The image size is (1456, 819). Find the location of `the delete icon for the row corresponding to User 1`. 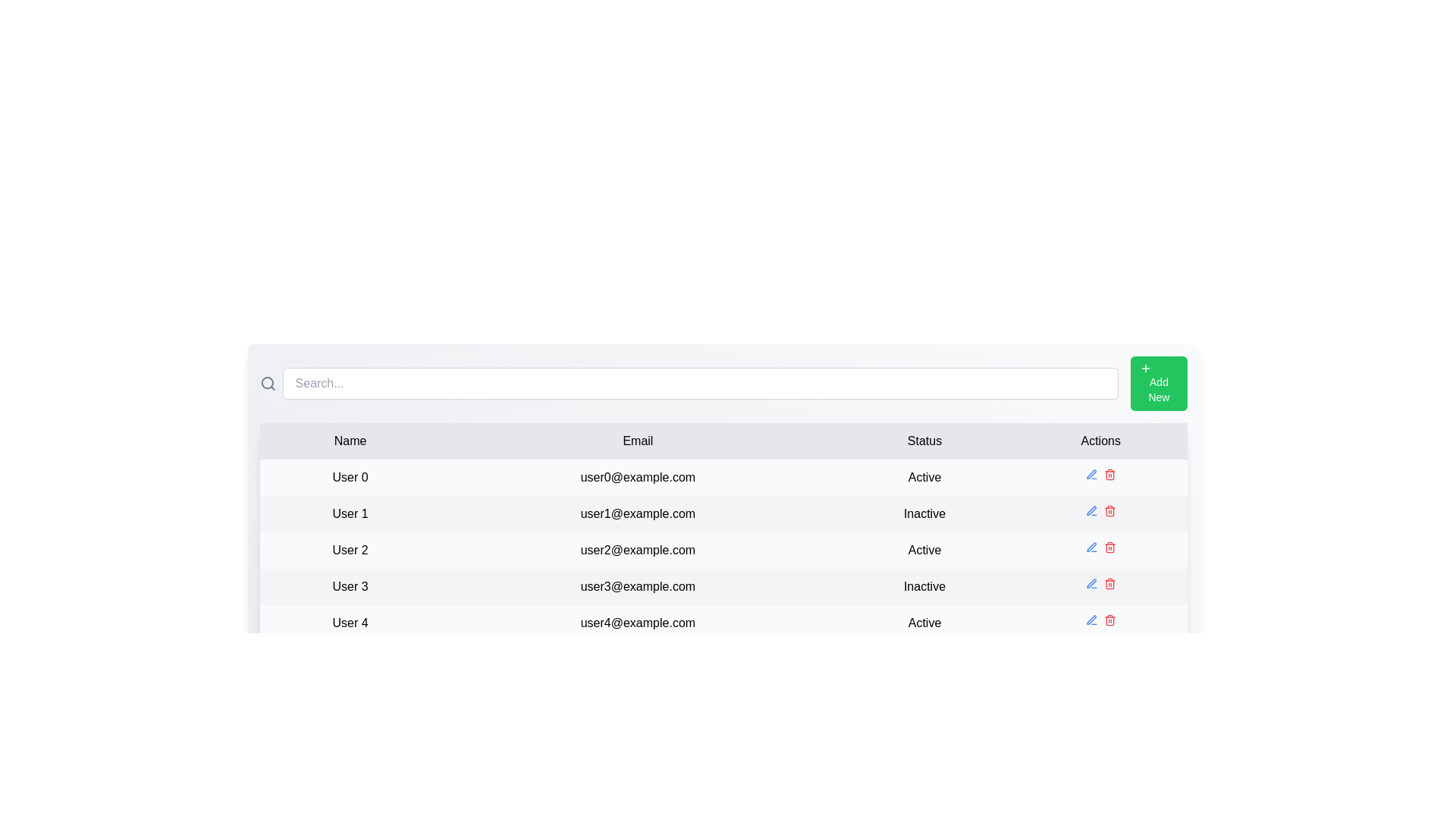

the delete icon for the row corresponding to User 1 is located at coordinates (1109, 511).